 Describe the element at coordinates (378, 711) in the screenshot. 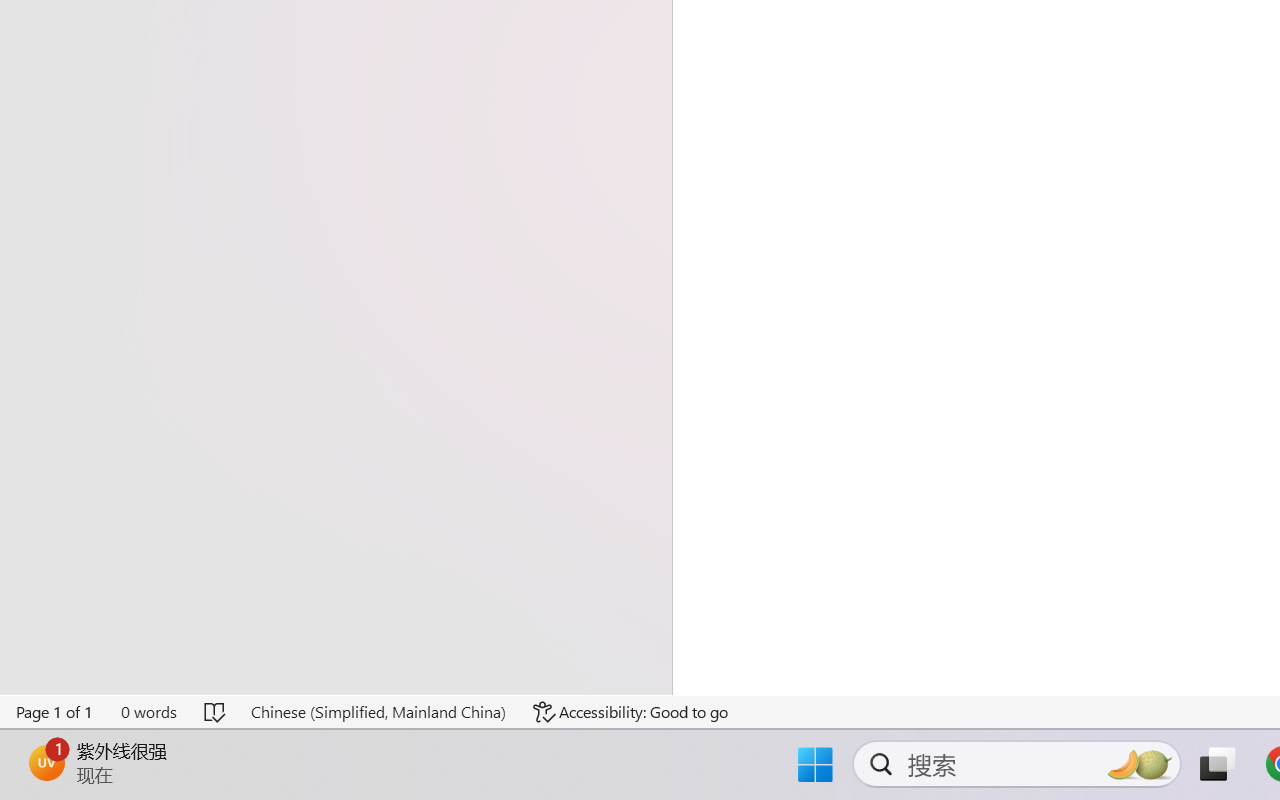

I see `'Language Chinese (Simplified, Mainland China)'` at that location.